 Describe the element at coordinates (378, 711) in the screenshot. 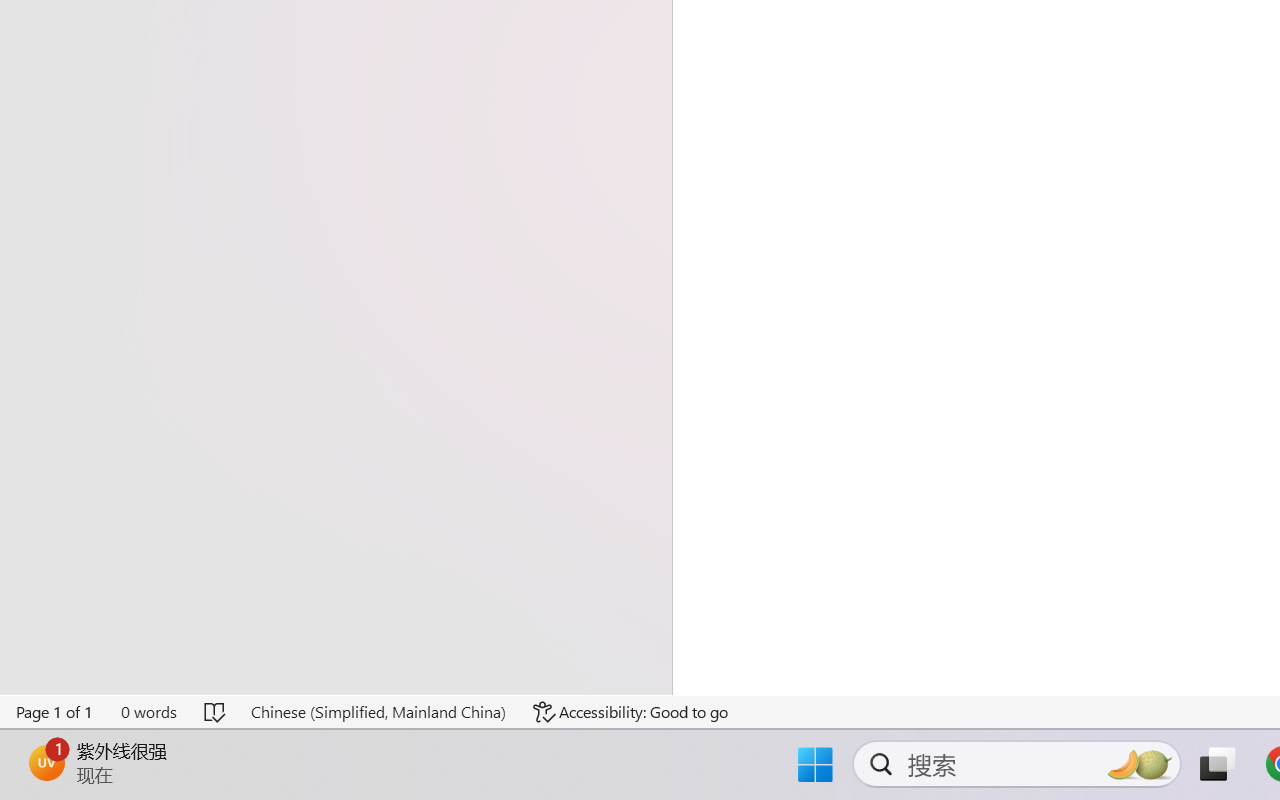

I see `'Language Chinese (Simplified, Mainland China)'` at that location.